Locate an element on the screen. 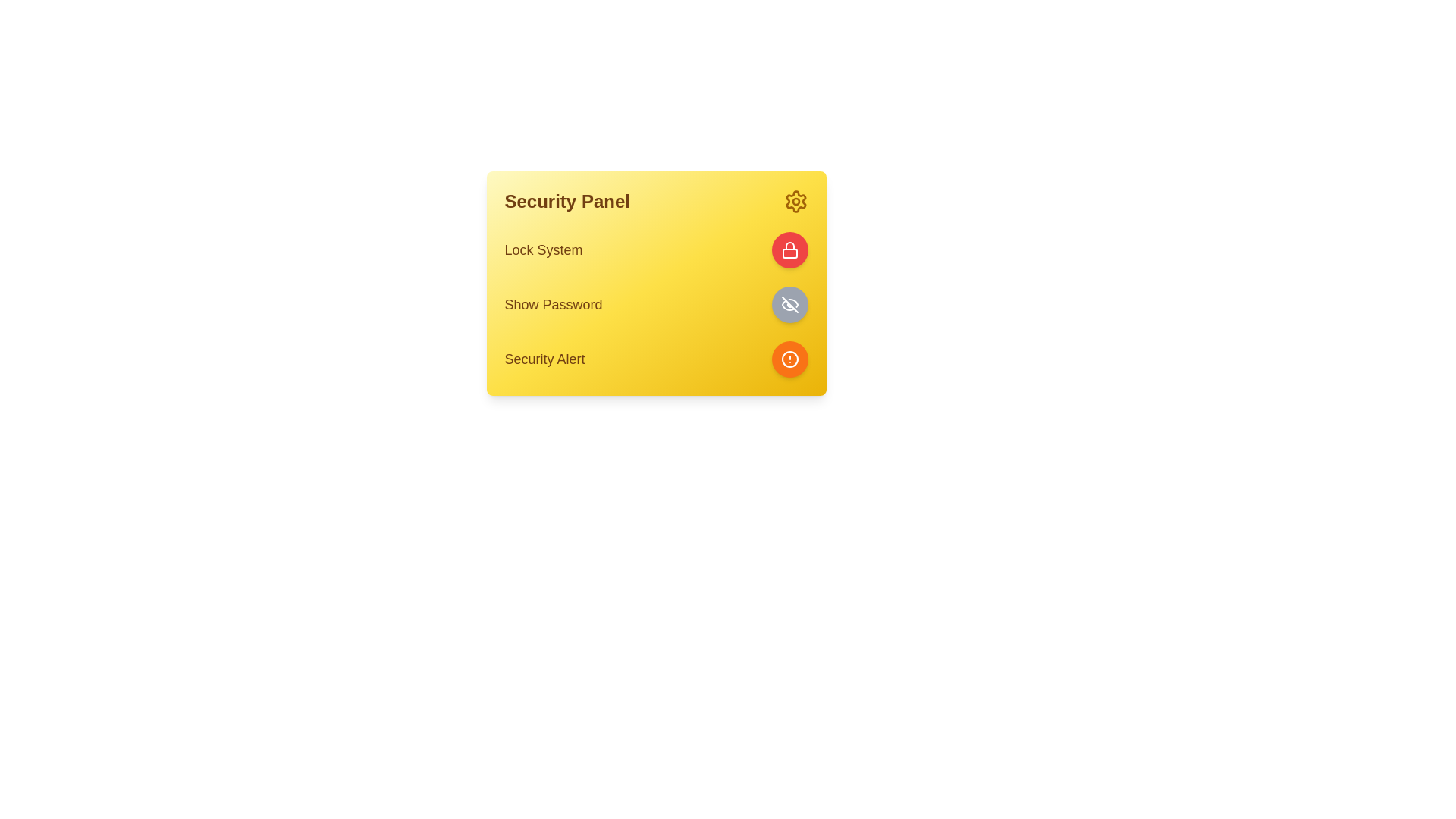  the lock button located to the right of the 'Lock System' text is located at coordinates (789, 249).